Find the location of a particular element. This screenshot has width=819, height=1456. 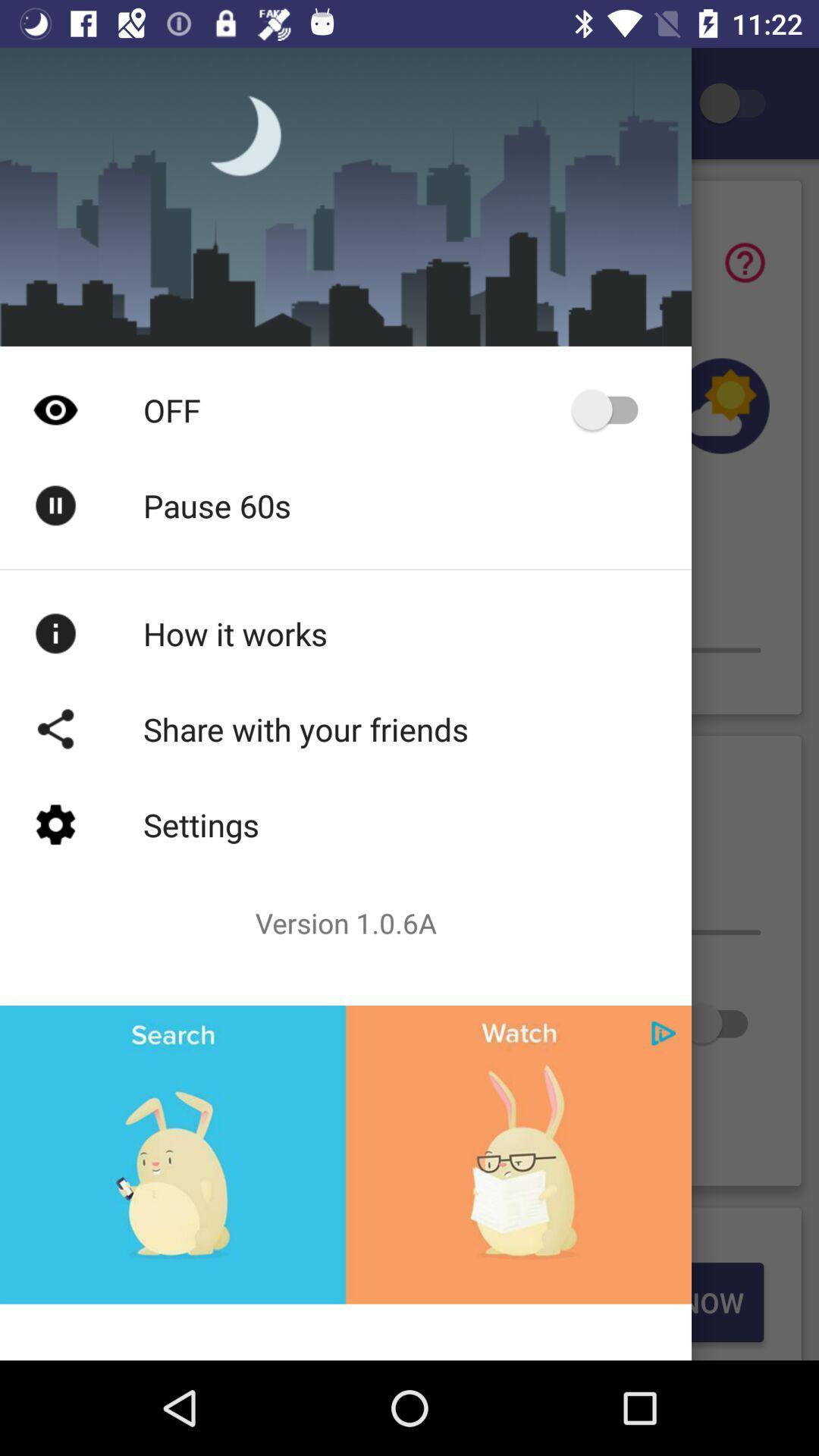

help button is located at coordinates (744, 262).